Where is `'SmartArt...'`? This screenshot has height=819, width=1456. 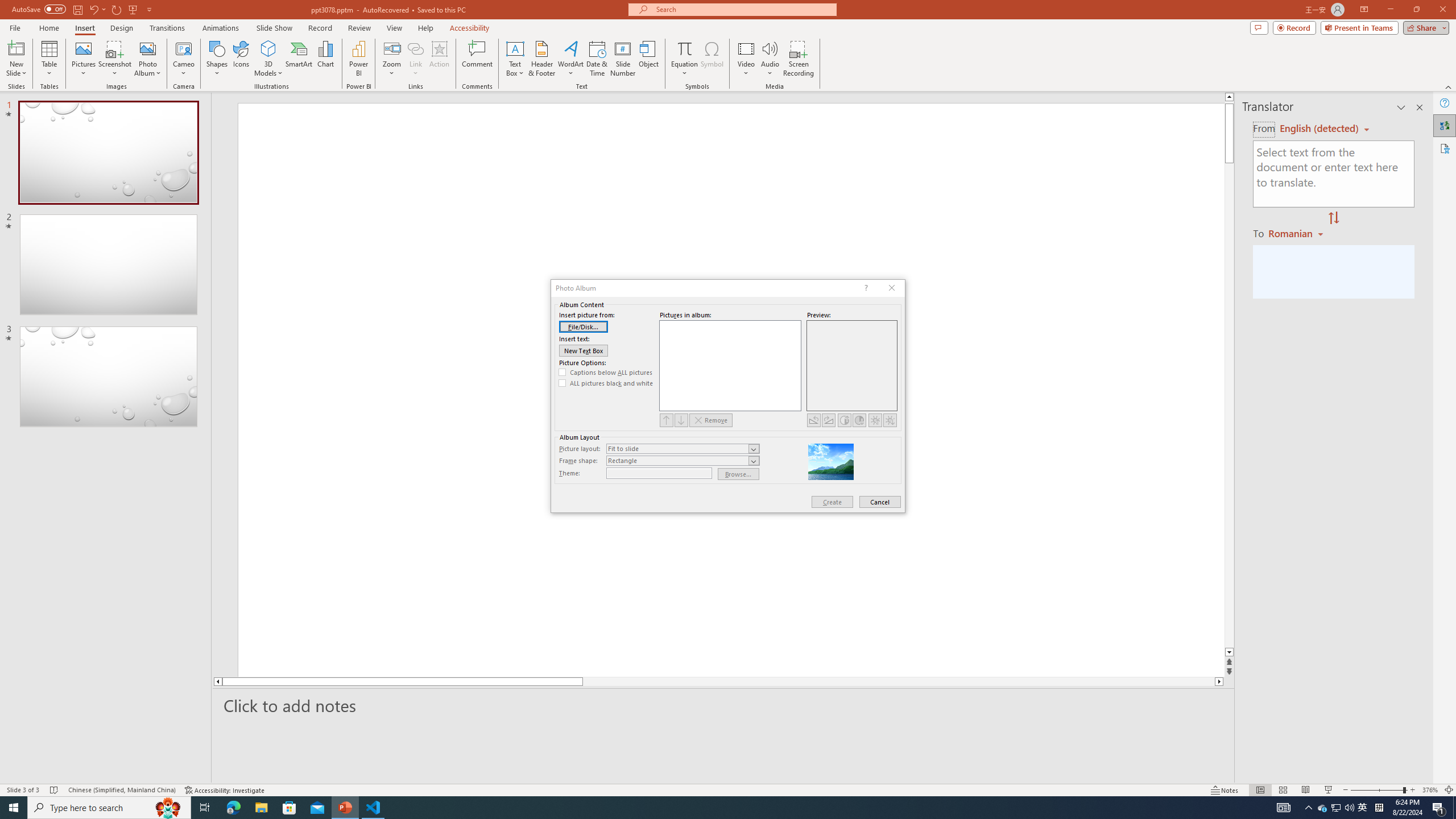
'SmartArt...' is located at coordinates (299, 59).